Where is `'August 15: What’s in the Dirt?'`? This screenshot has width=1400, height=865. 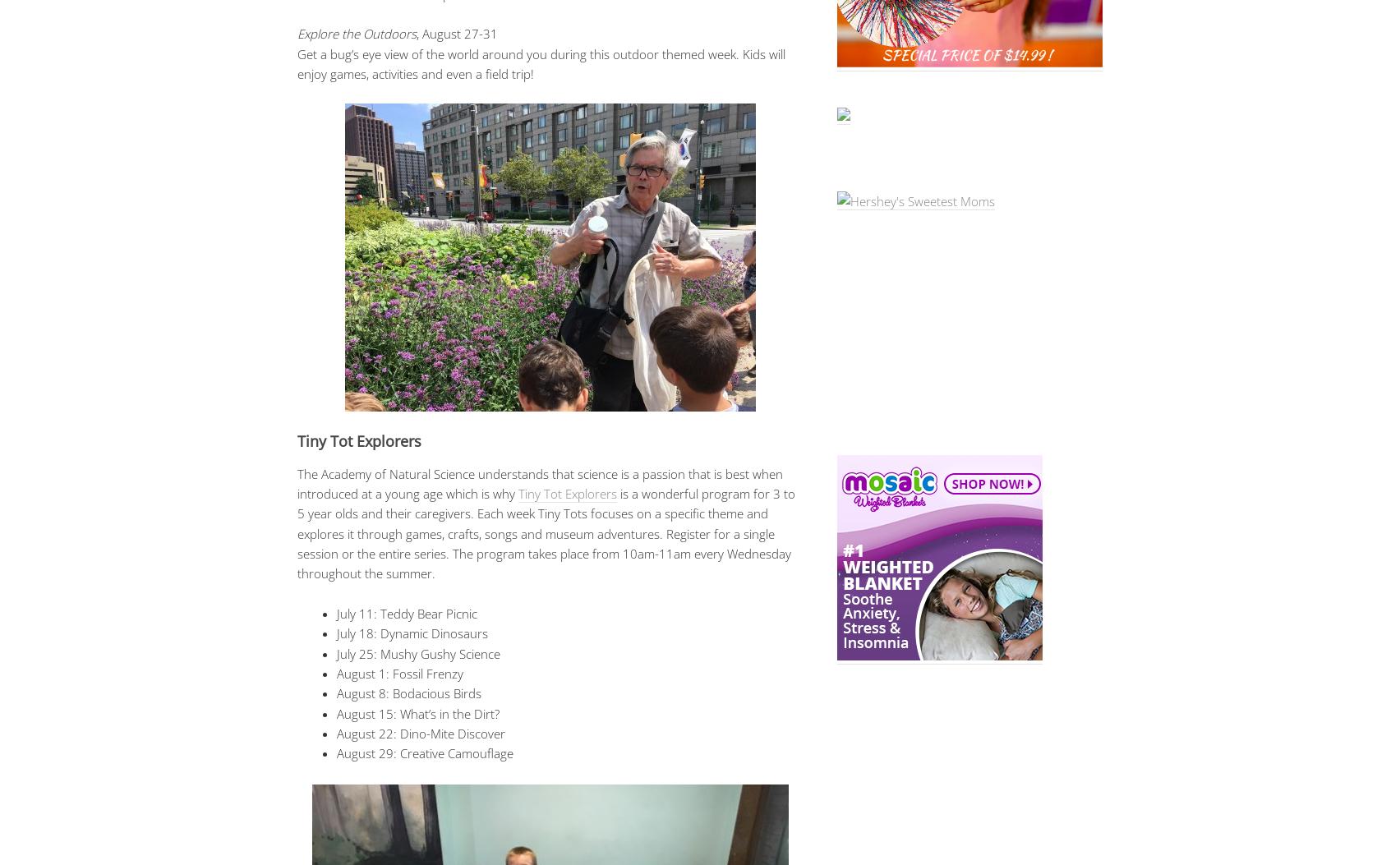
'August 15: What’s in the Dirt?' is located at coordinates (417, 712).